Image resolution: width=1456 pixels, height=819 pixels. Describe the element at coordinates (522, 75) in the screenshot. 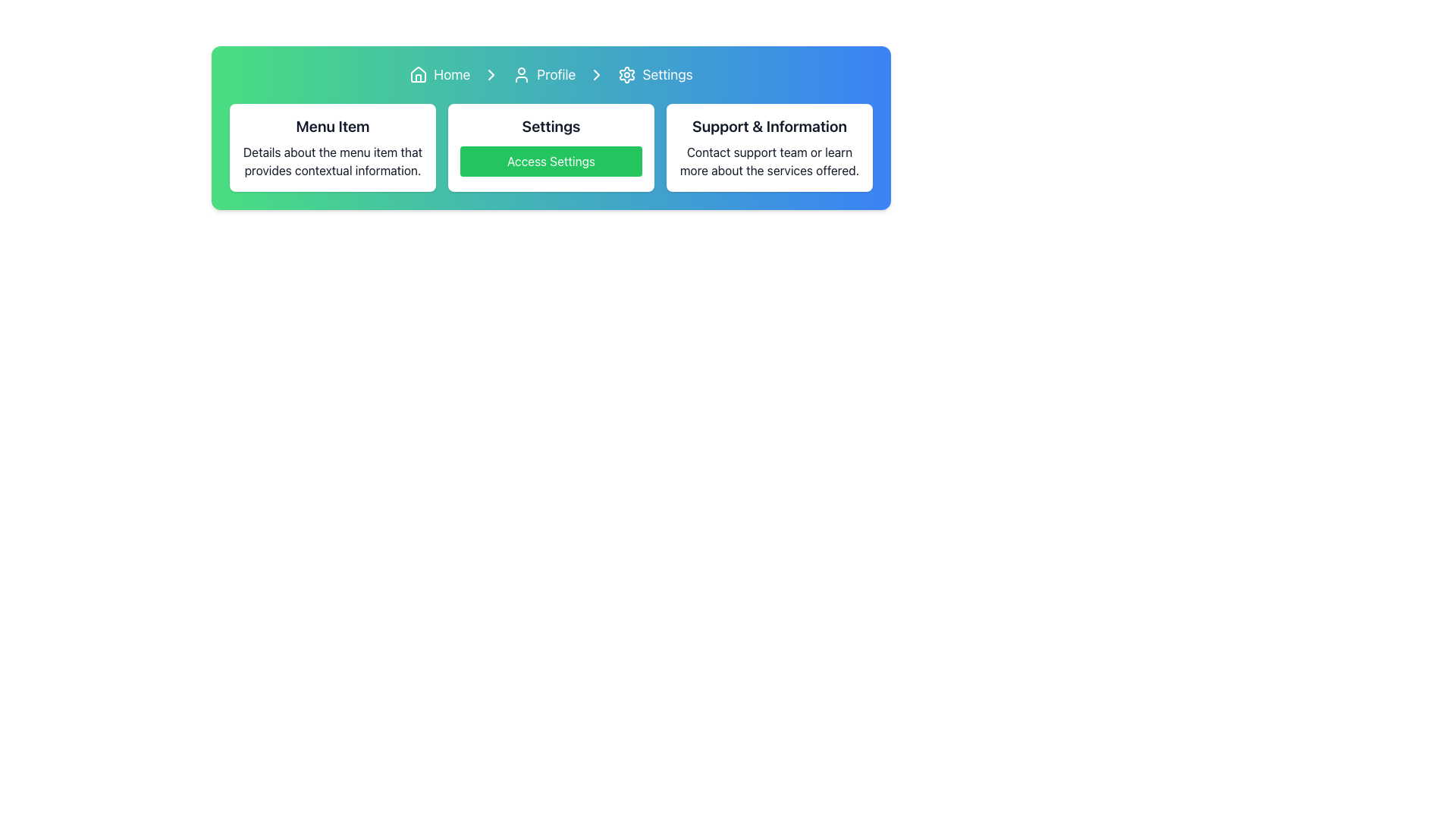

I see `the decorative 'Profile' icon in the breadcrumb navigation, located between 'Home' and 'Settings'` at that location.